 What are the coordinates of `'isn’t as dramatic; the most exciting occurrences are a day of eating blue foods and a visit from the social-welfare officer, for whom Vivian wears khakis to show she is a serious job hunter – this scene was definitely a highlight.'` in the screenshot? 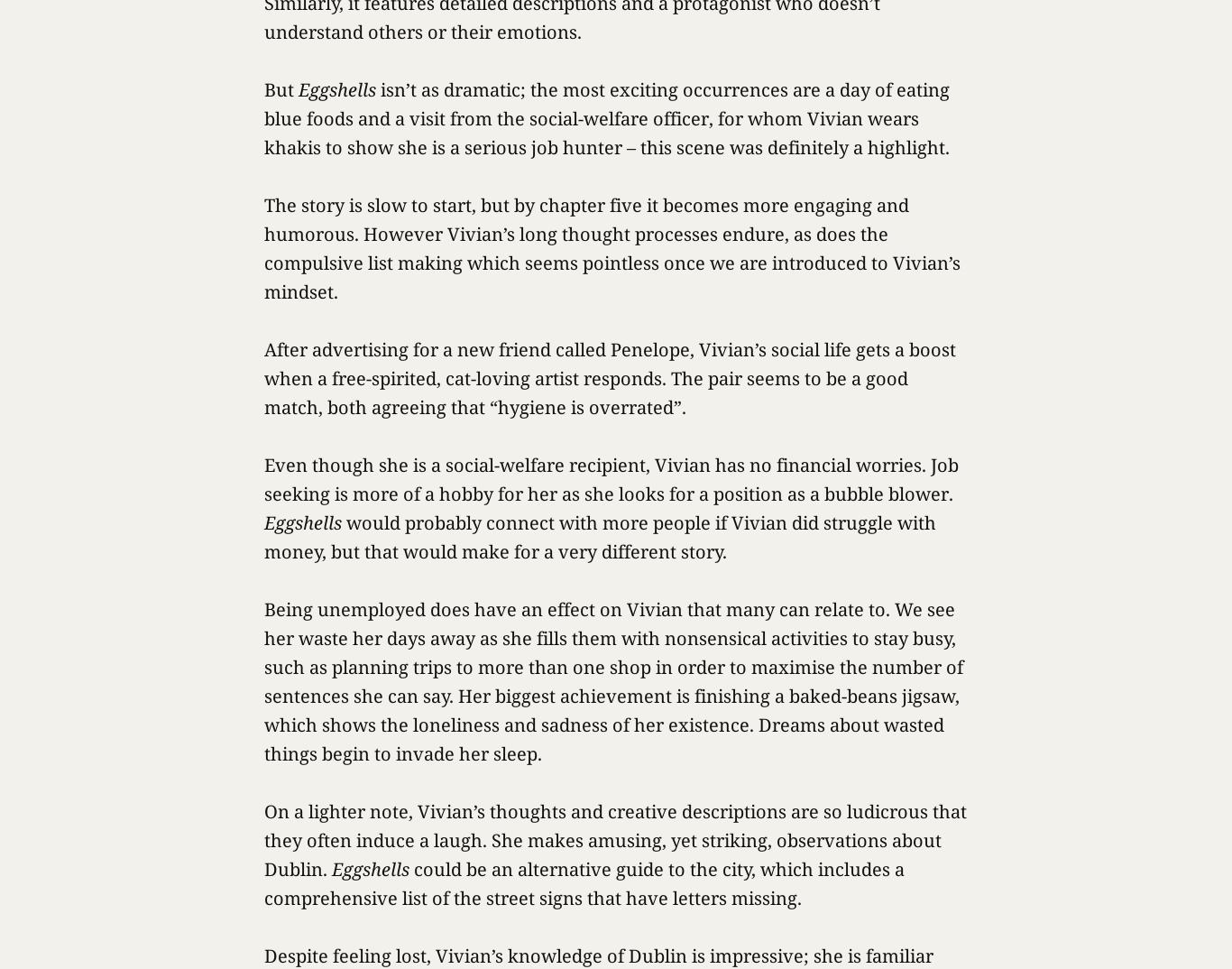 It's located at (606, 117).